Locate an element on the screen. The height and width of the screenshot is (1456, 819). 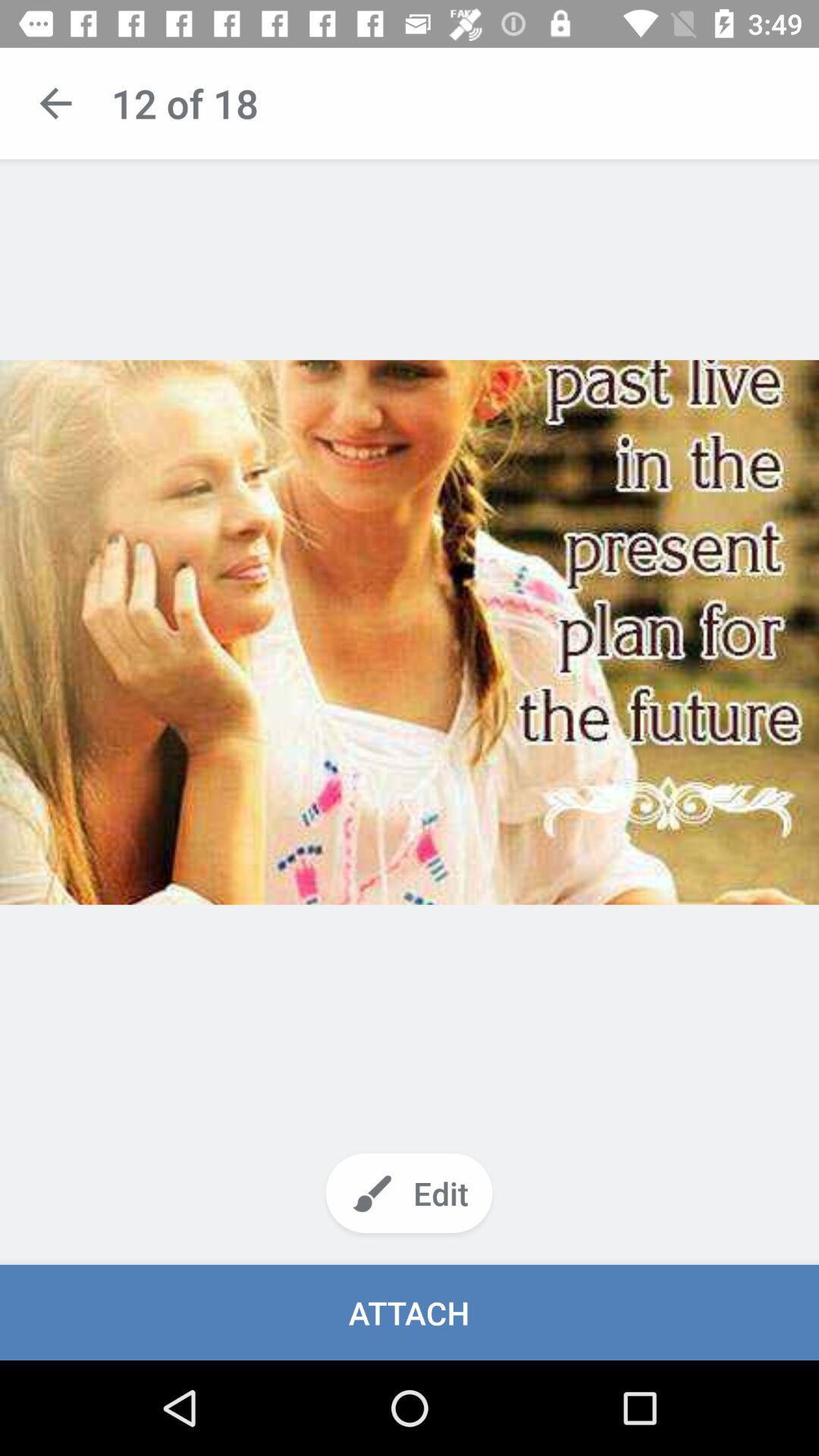
icon to the left of the 12 of 18 icon is located at coordinates (55, 102).